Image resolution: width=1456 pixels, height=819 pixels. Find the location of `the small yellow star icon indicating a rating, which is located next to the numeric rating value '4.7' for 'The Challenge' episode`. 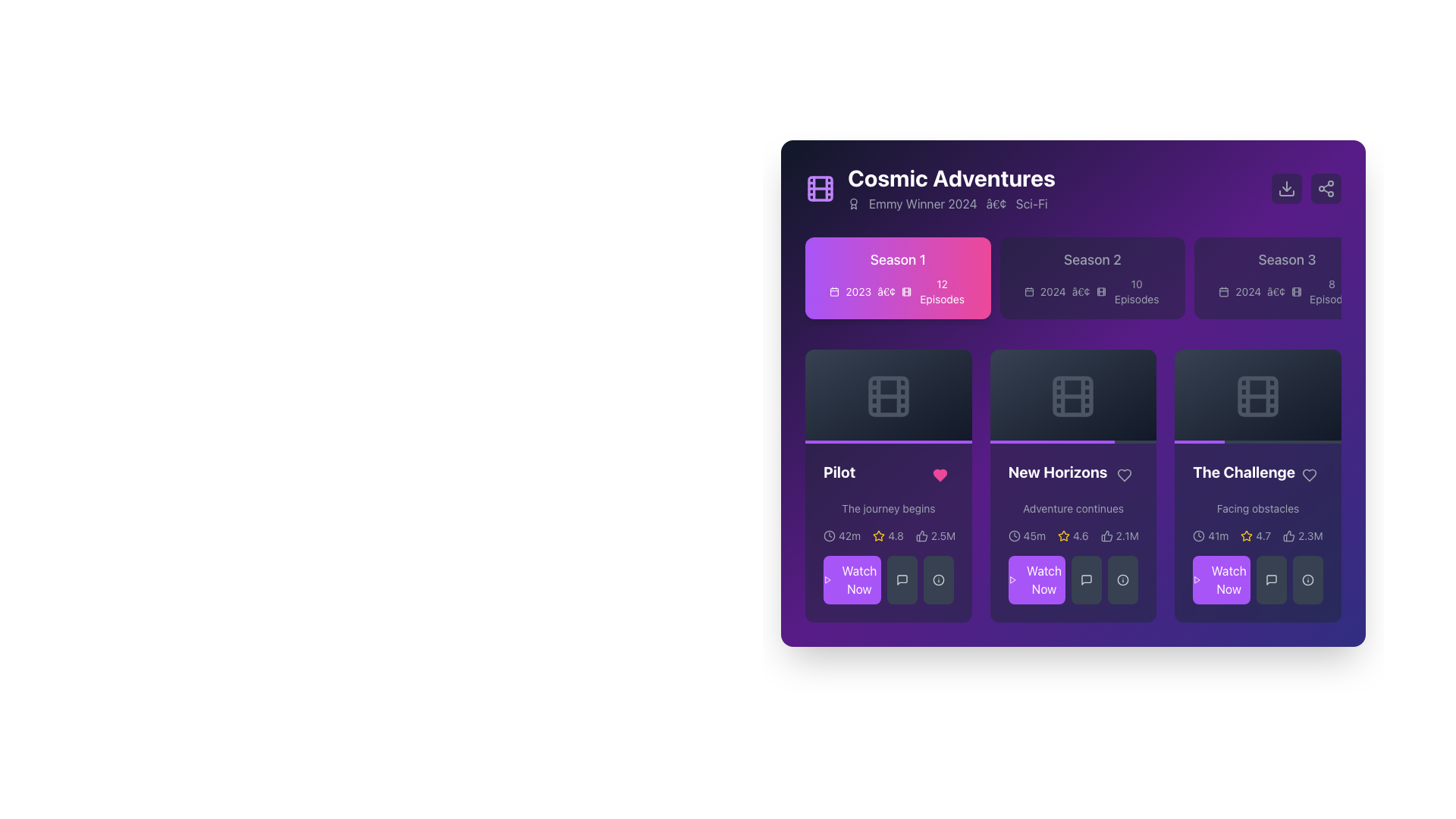

the small yellow star icon indicating a rating, which is located next to the numeric rating value '4.7' for 'The Challenge' episode is located at coordinates (1247, 535).